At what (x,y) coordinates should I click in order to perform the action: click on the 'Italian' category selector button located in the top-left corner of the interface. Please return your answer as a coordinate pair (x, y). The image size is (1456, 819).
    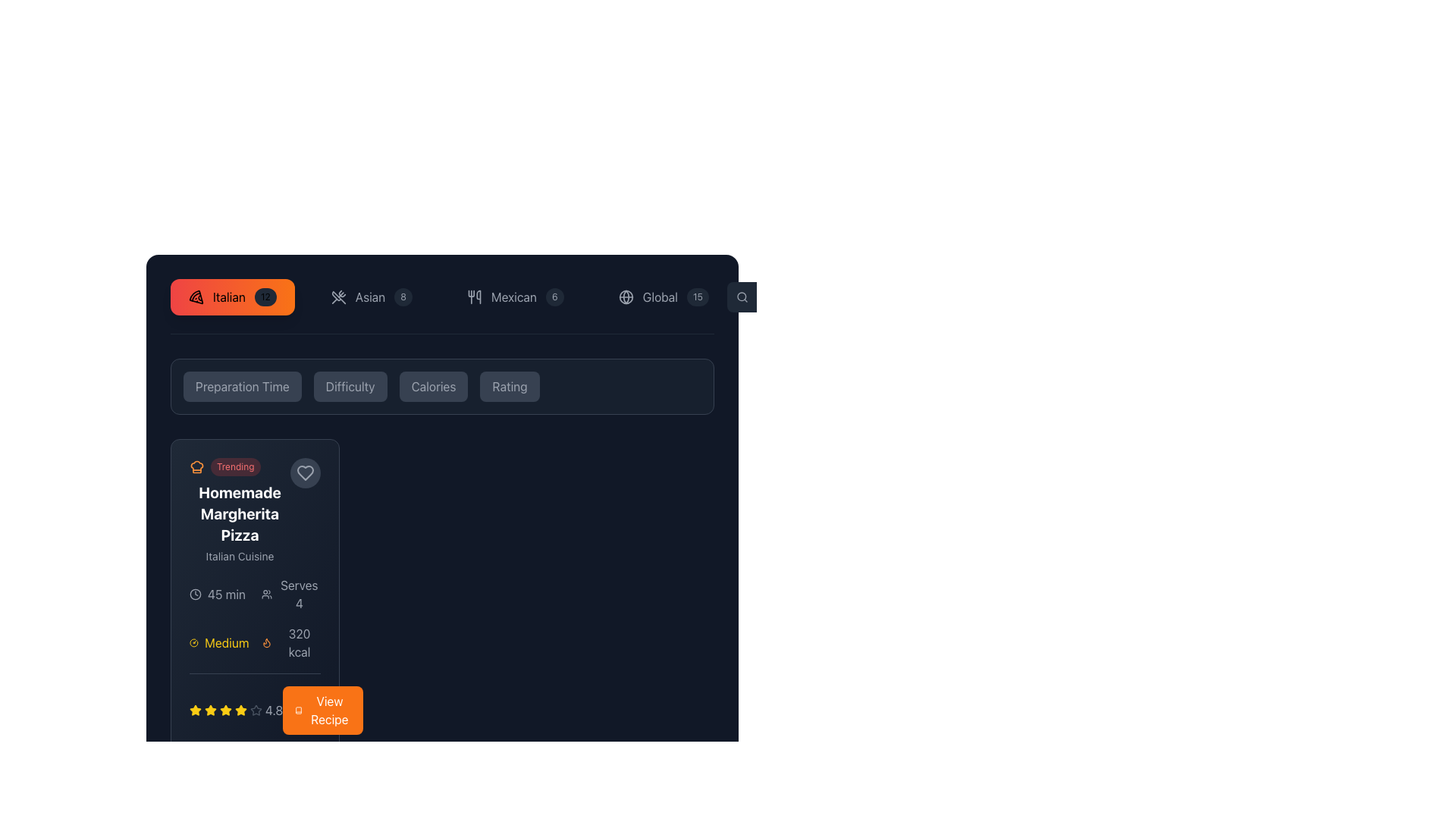
    Looking at the image, I should click on (231, 297).